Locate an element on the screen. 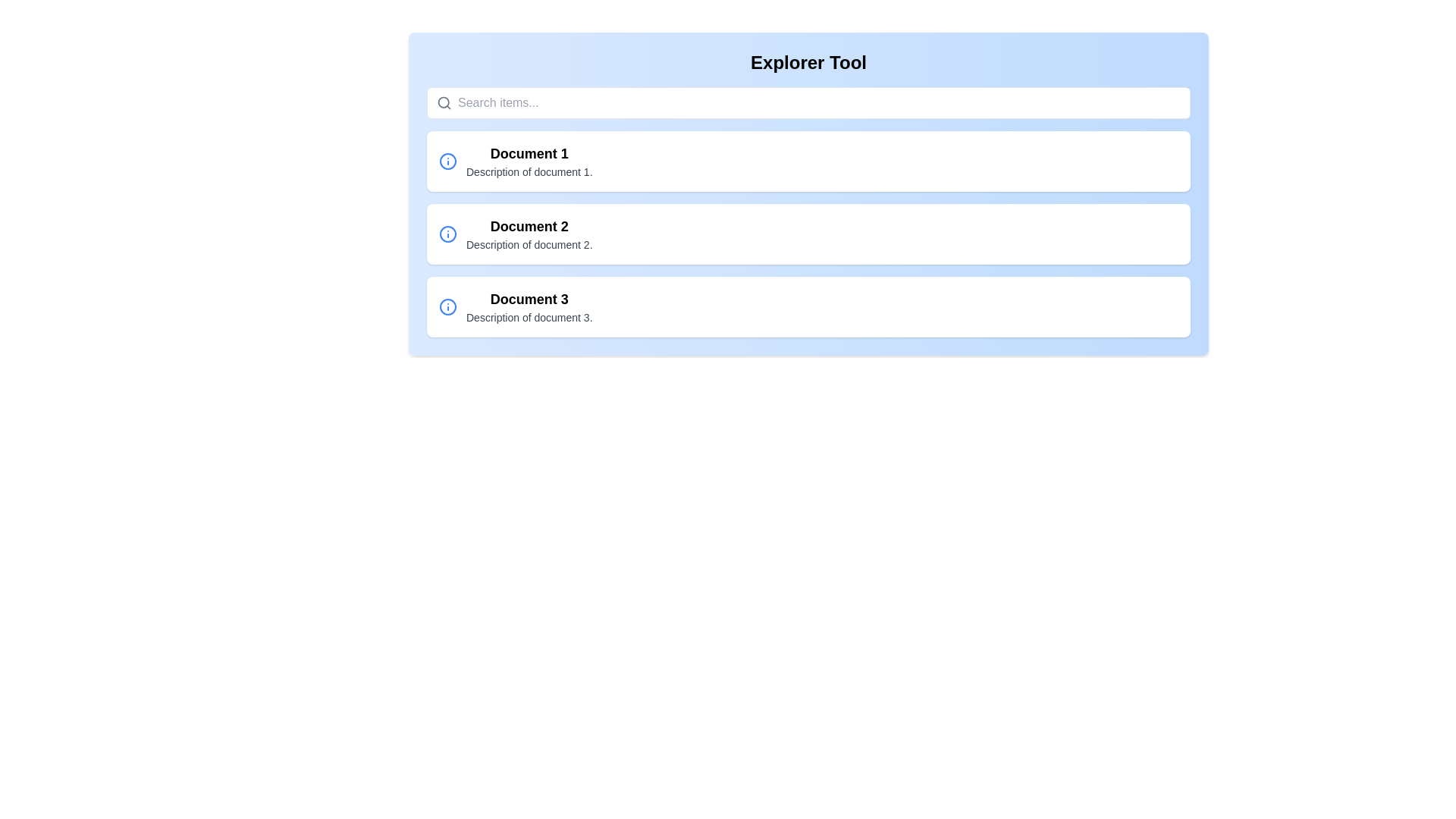 This screenshot has height=819, width=1456. the text label that serves as the title of the first document in the list is located at coordinates (529, 154).